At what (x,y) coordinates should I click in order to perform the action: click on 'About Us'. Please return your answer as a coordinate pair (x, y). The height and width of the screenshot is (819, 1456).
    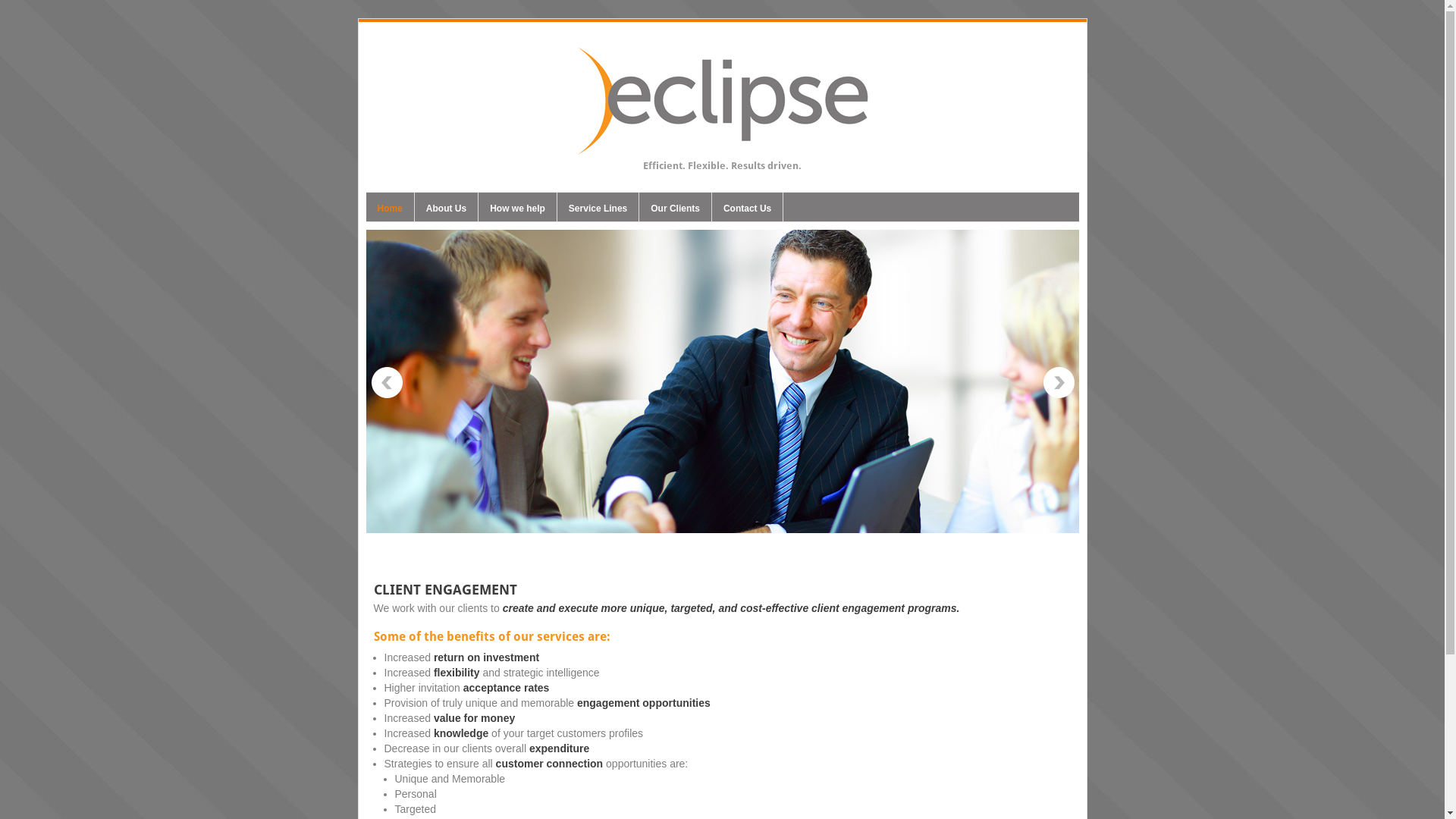
    Looking at the image, I should click on (445, 210).